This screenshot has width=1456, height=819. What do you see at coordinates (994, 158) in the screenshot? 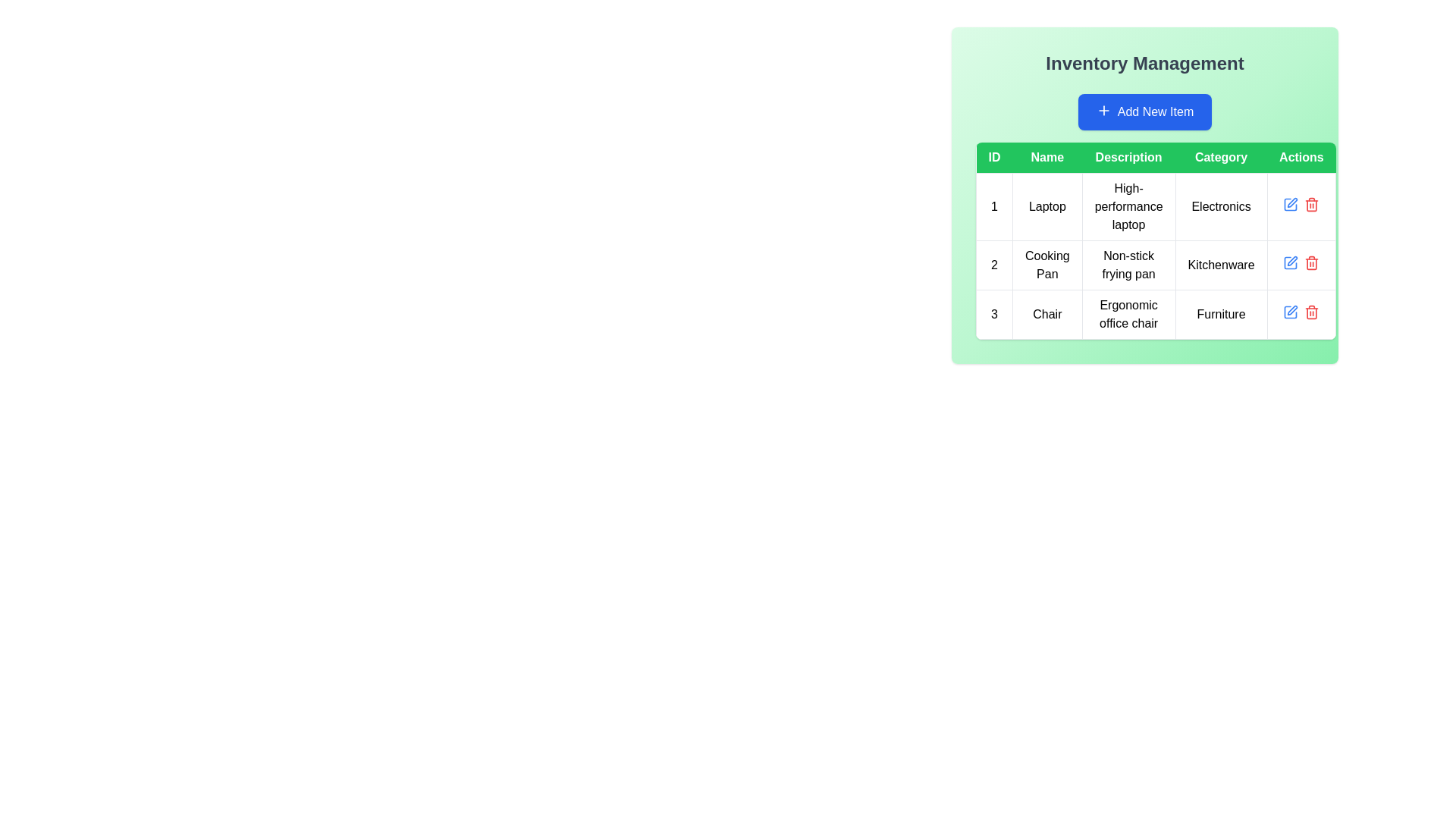
I see `the text label reading 'ID', which is located in the top-left corner of the table header with a green background and white center-aligned text` at bounding box center [994, 158].